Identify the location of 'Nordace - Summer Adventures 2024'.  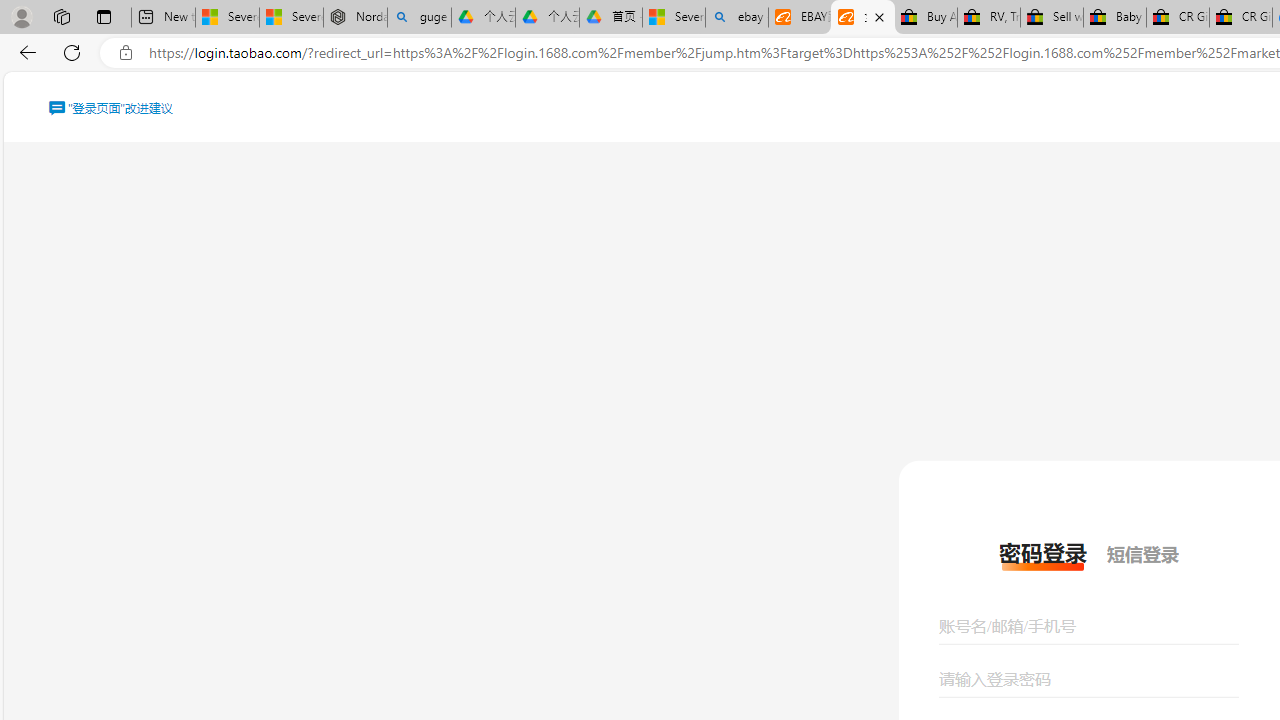
(355, 17).